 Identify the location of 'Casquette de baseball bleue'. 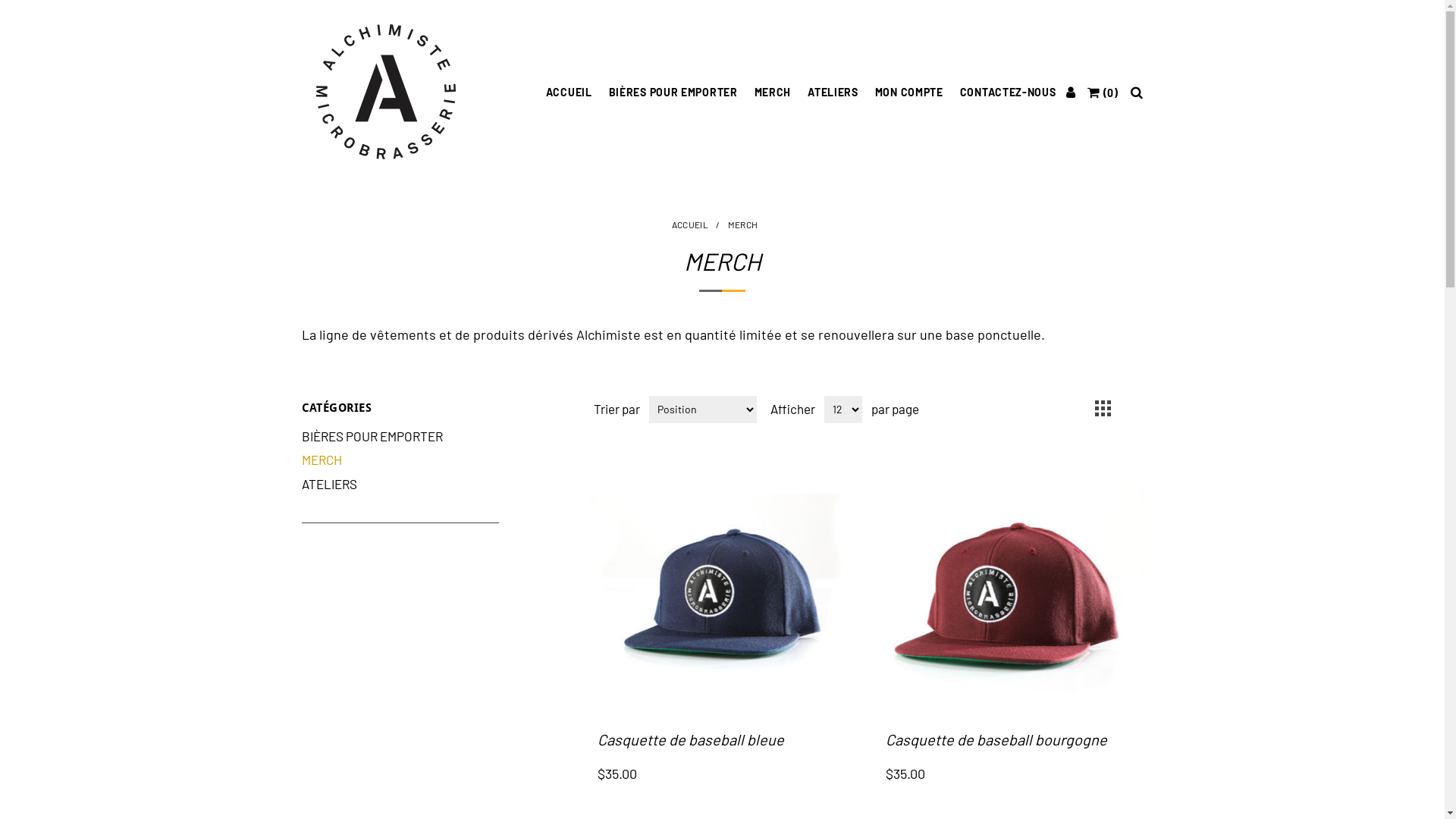
(722, 739).